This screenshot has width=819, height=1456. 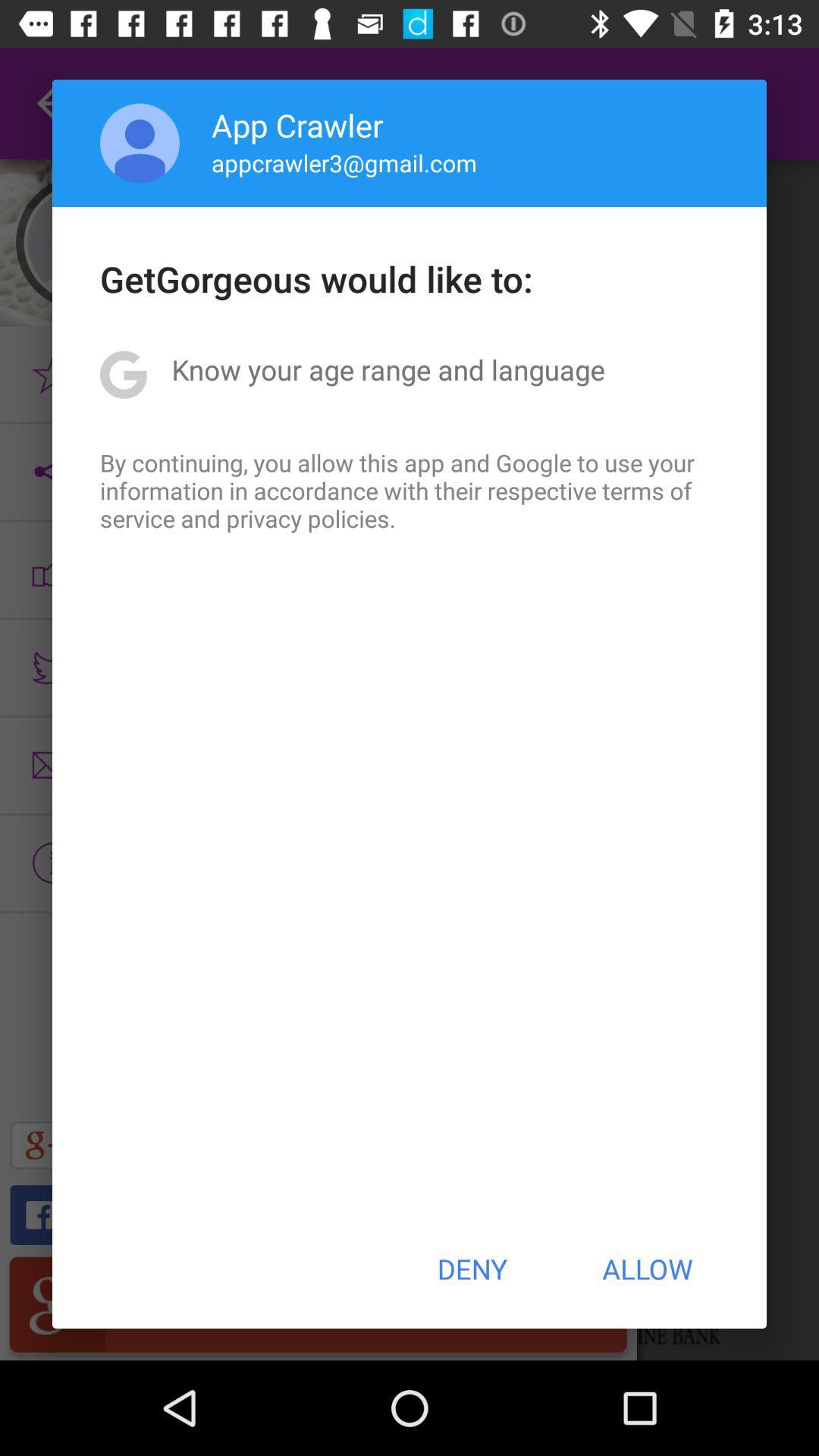 What do you see at coordinates (140, 143) in the screenshot?
I see `icon to the left of app crawler item` at bounding box center [140, 143].